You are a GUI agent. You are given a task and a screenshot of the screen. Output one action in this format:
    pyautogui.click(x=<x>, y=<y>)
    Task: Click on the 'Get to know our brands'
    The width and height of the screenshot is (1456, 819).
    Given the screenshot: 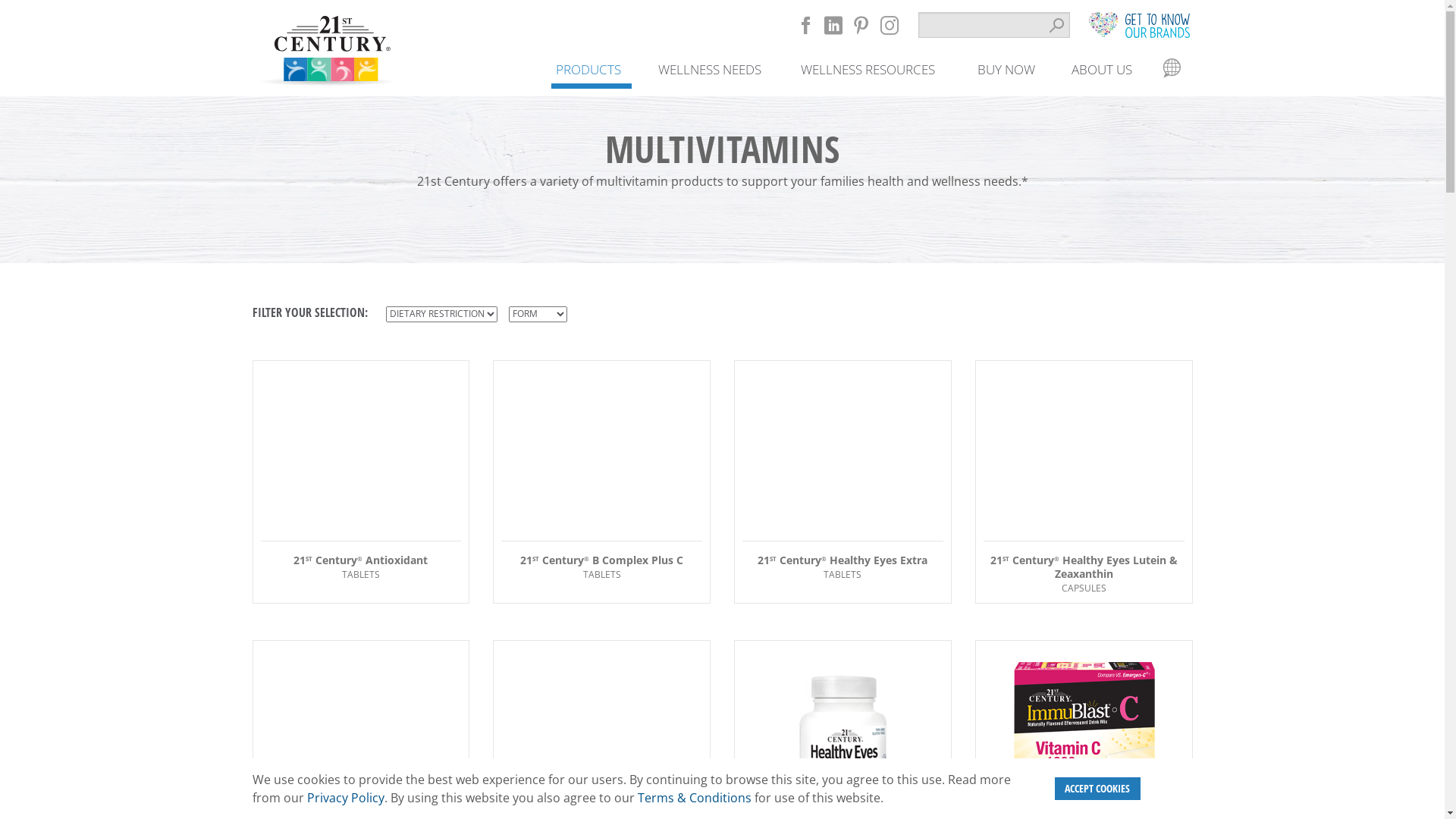 What is the action you would take?
    pyautogui.click(x=1138, y=24)
    